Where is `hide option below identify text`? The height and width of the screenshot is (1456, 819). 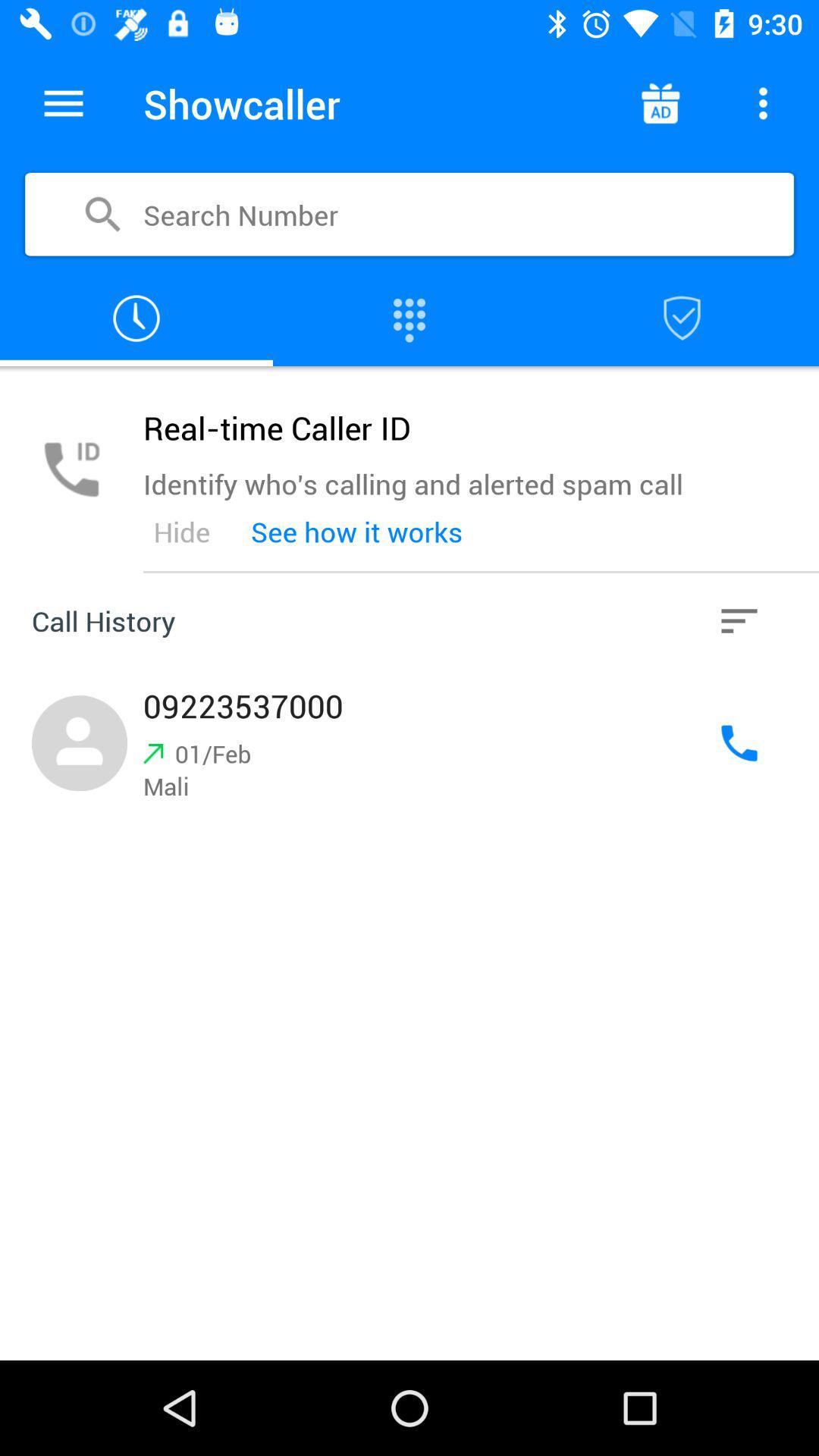
hide option below identify text is located at coordinates (180, 532).